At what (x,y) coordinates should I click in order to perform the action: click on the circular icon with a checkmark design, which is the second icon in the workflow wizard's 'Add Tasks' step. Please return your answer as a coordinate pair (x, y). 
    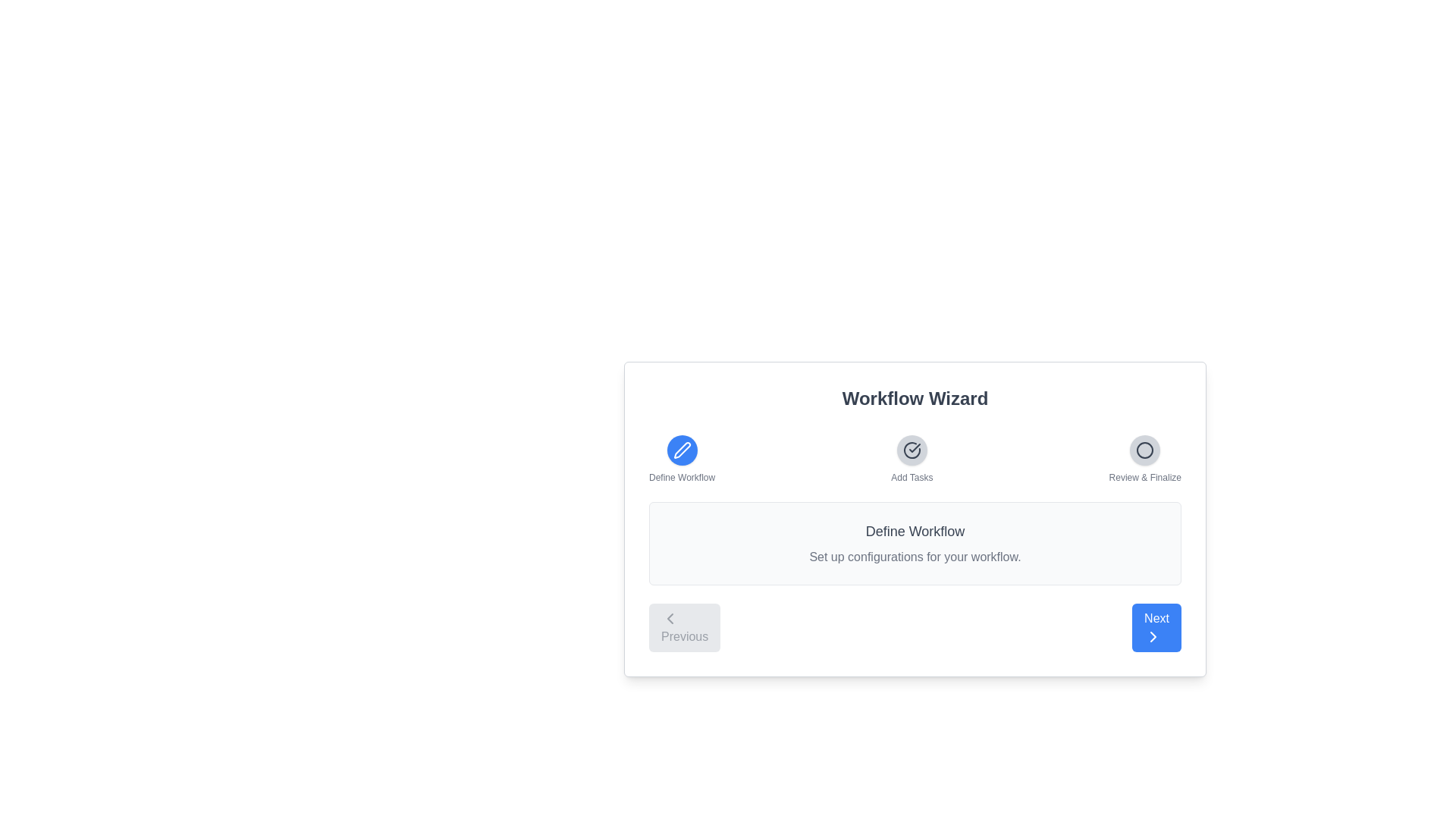
    Looking at the image, I should click on (911, 450).